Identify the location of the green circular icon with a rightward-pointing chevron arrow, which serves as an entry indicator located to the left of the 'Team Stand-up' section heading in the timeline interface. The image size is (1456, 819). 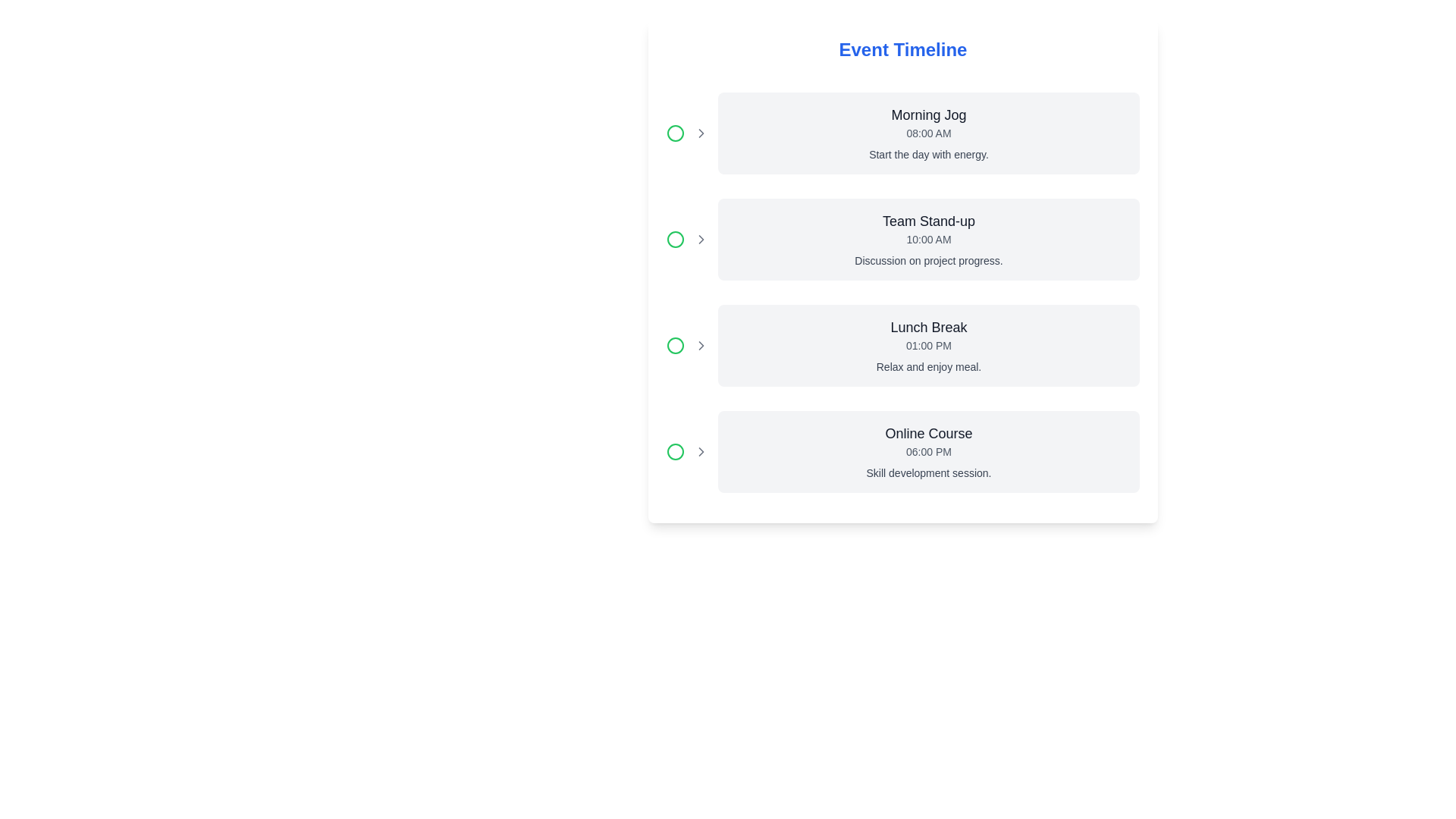
(691, 239).